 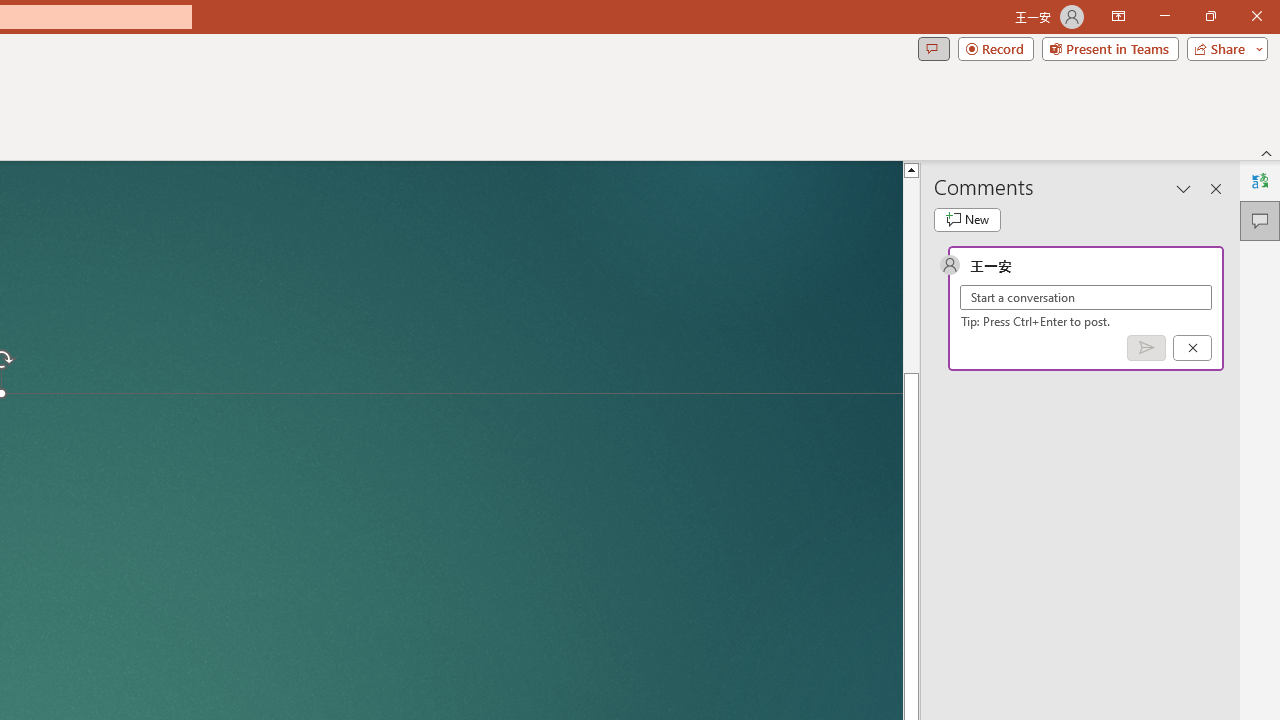 What do you see at coordinates (1172, 32) in the screenshot?
I see `'Restore Down'` at bounding box center [1172, 32].